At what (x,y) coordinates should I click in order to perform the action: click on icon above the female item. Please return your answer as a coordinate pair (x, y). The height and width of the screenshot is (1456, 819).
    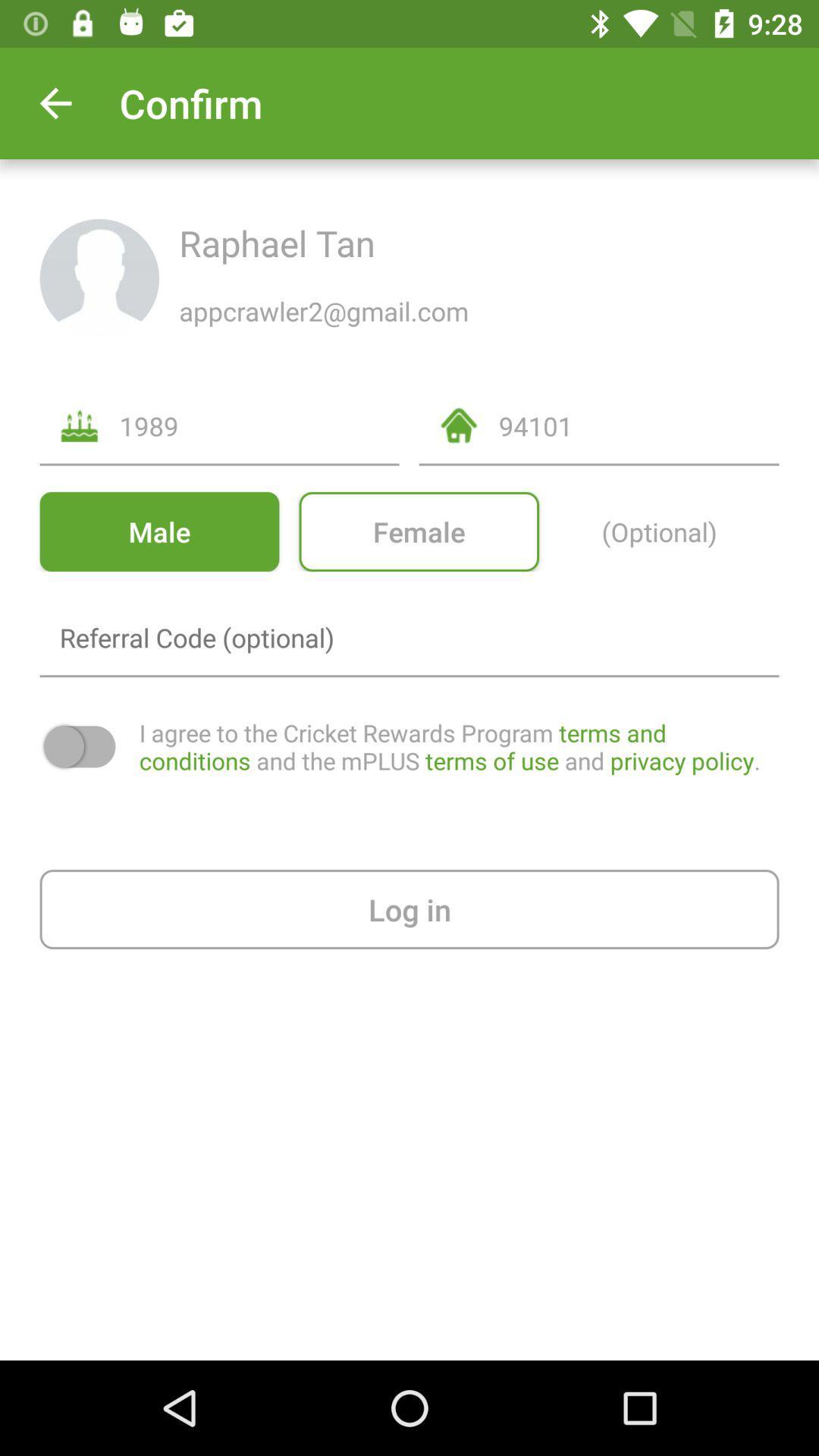
    Looking at the image, I should click on (639, 425).